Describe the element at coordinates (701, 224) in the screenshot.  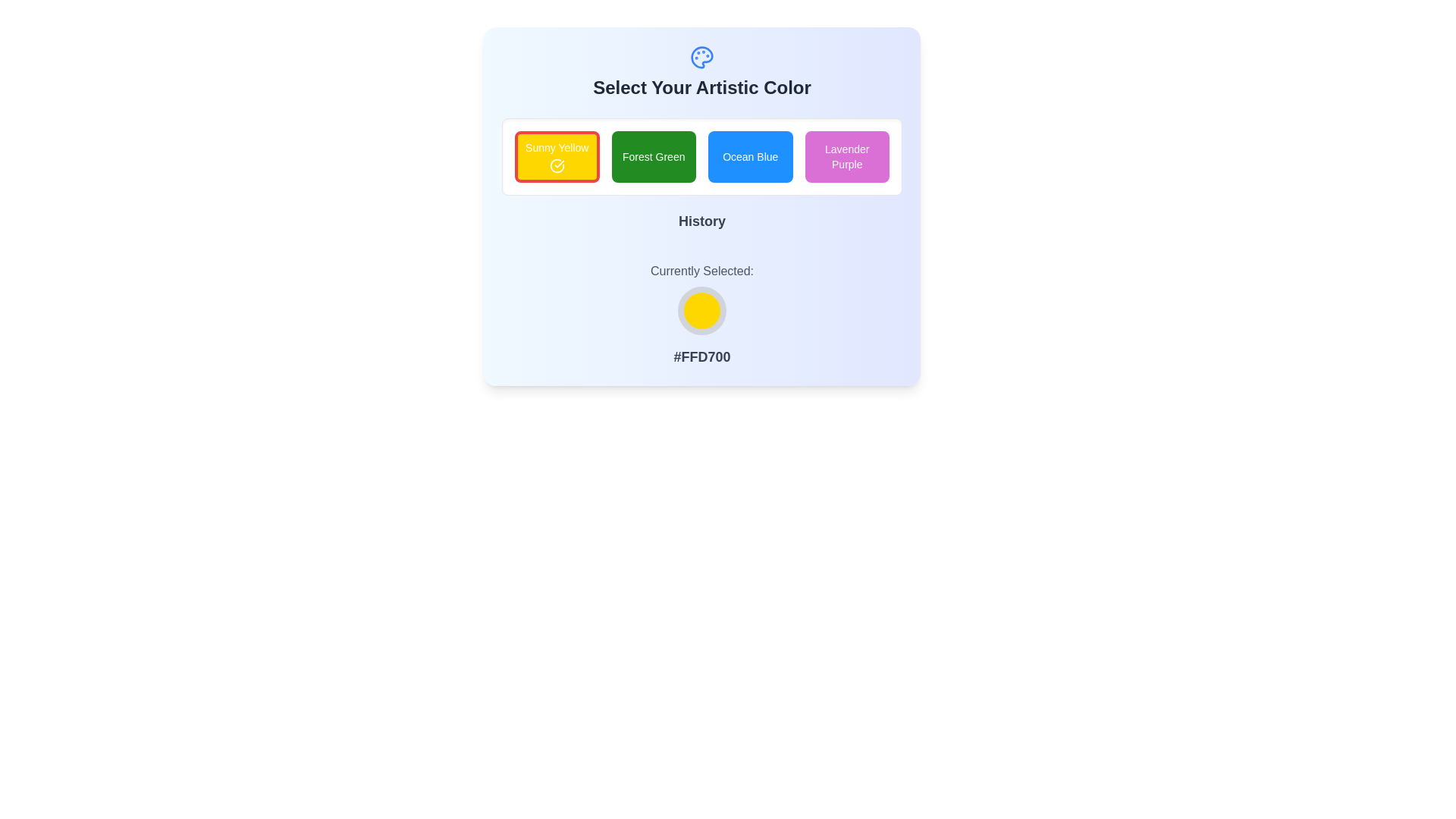
I see `the label indicating the section related to historical actions or choices, positioned below the color selection grid and above the 'Currently Selected' section` at that location.